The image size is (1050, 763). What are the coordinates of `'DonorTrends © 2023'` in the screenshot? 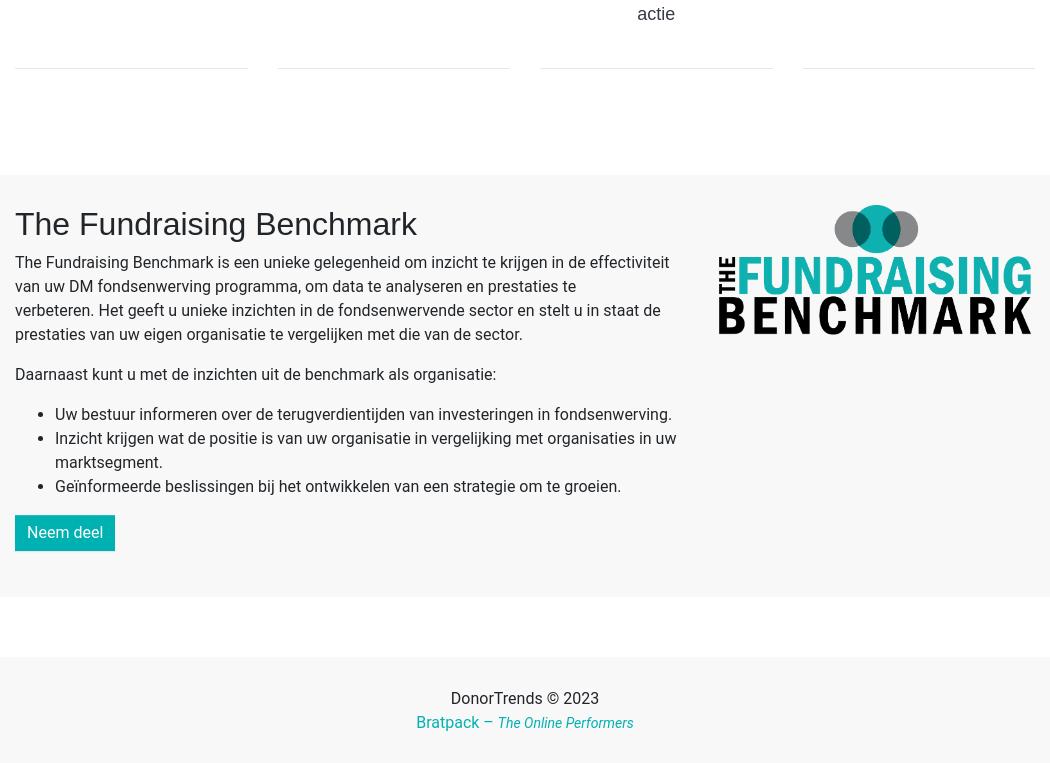 It's located at (523, 697).